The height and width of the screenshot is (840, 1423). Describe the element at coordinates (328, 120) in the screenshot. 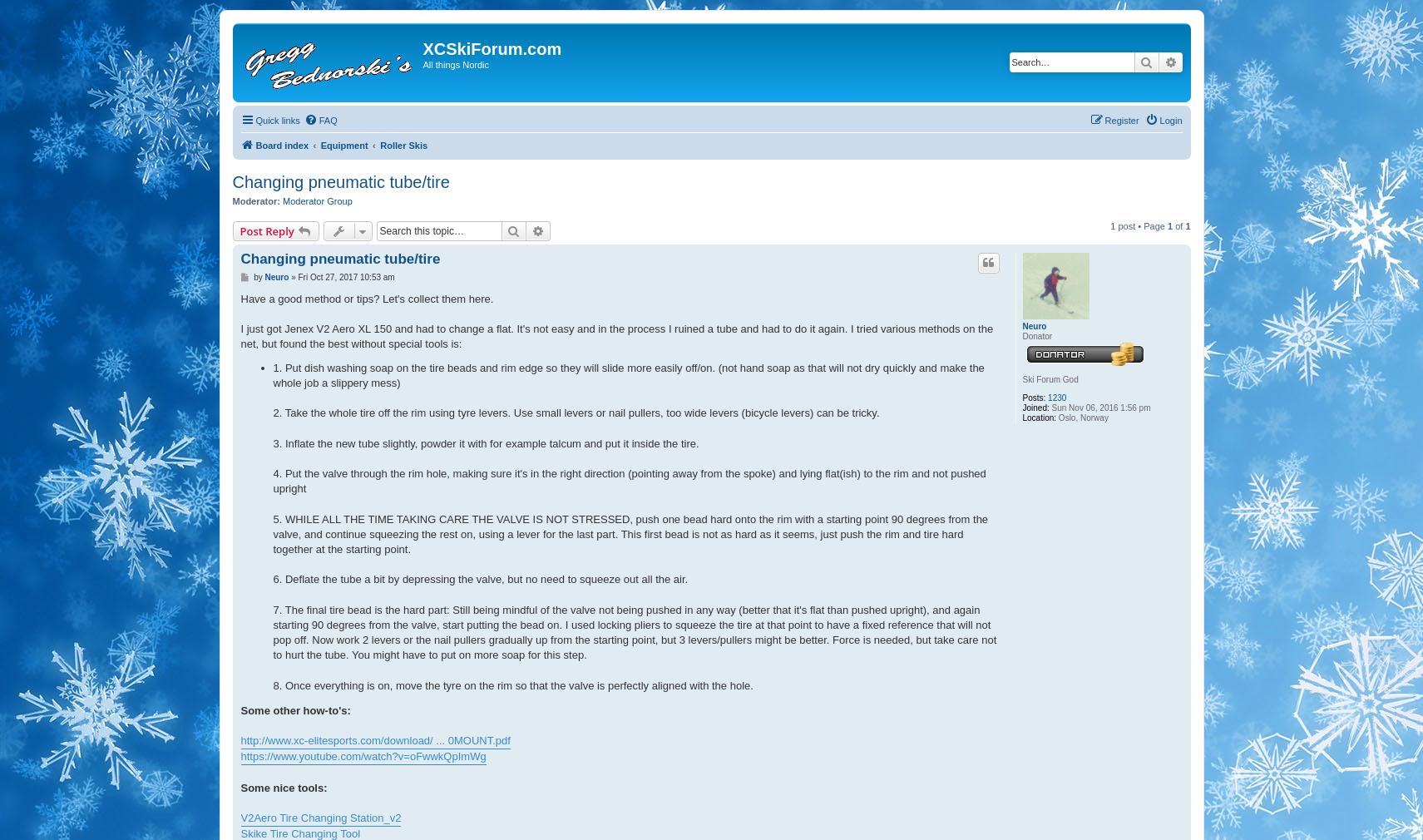

I see `'FAQ'` at that location.